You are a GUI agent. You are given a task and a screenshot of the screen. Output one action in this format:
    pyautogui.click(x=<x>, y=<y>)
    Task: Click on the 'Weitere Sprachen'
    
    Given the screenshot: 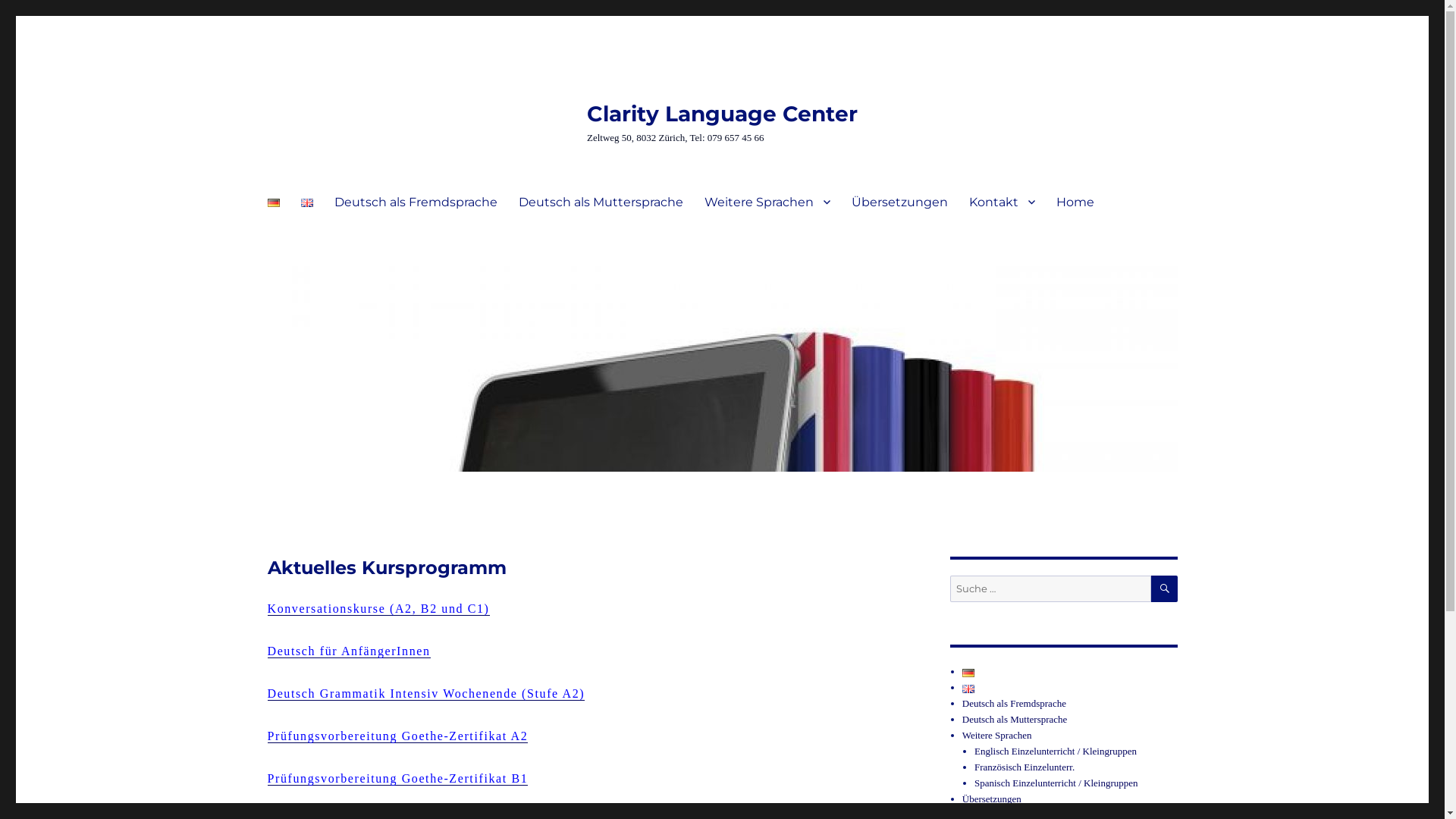 What is the action you would take?
    pyautogui.click(x=692, y=201)
    